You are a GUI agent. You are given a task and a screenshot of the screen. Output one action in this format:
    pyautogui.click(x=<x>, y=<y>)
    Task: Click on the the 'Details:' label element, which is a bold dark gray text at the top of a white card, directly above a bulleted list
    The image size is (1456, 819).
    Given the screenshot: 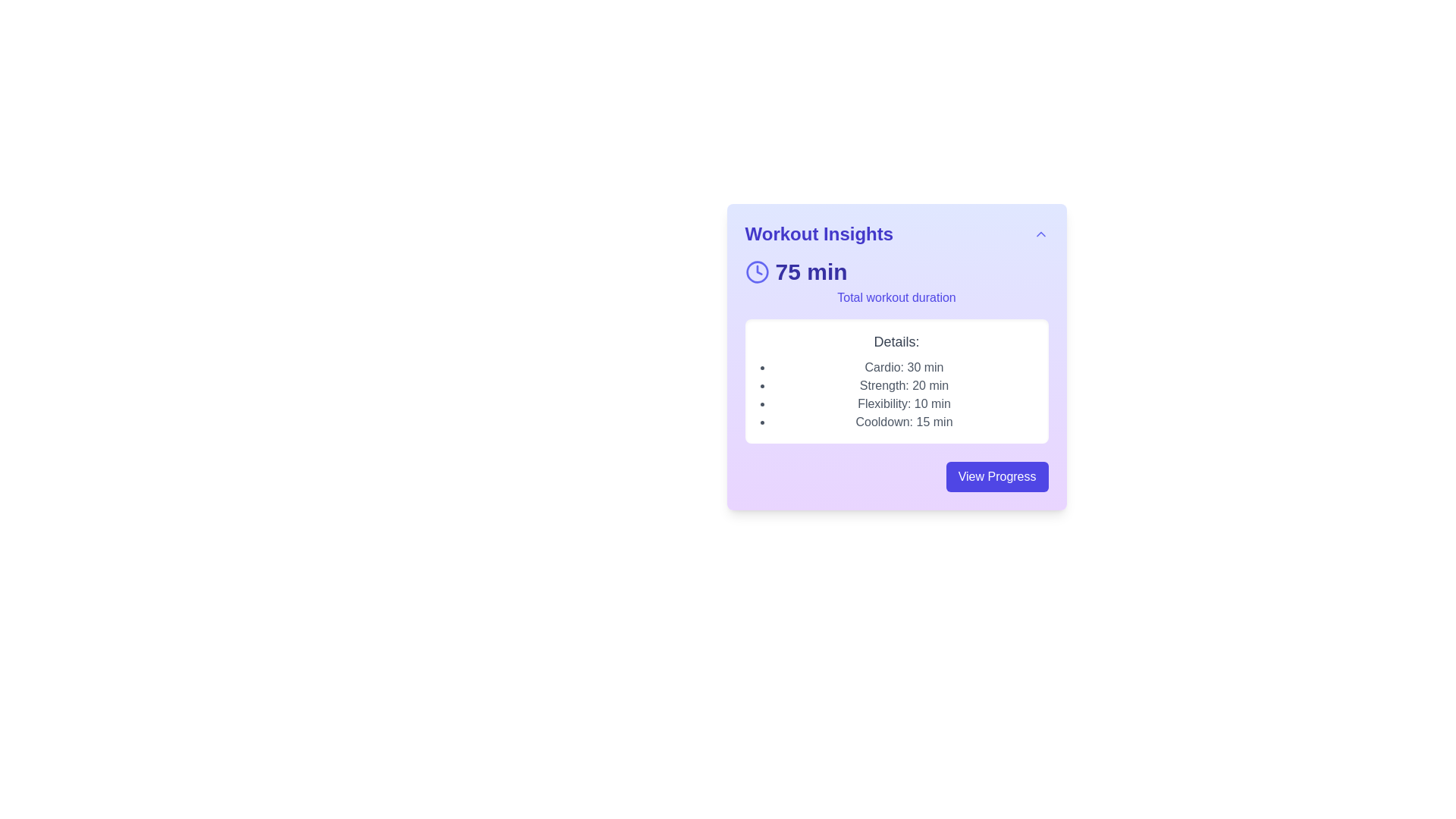 What is the action you would take?
    pyautogui.click(x=896, y=342)
    